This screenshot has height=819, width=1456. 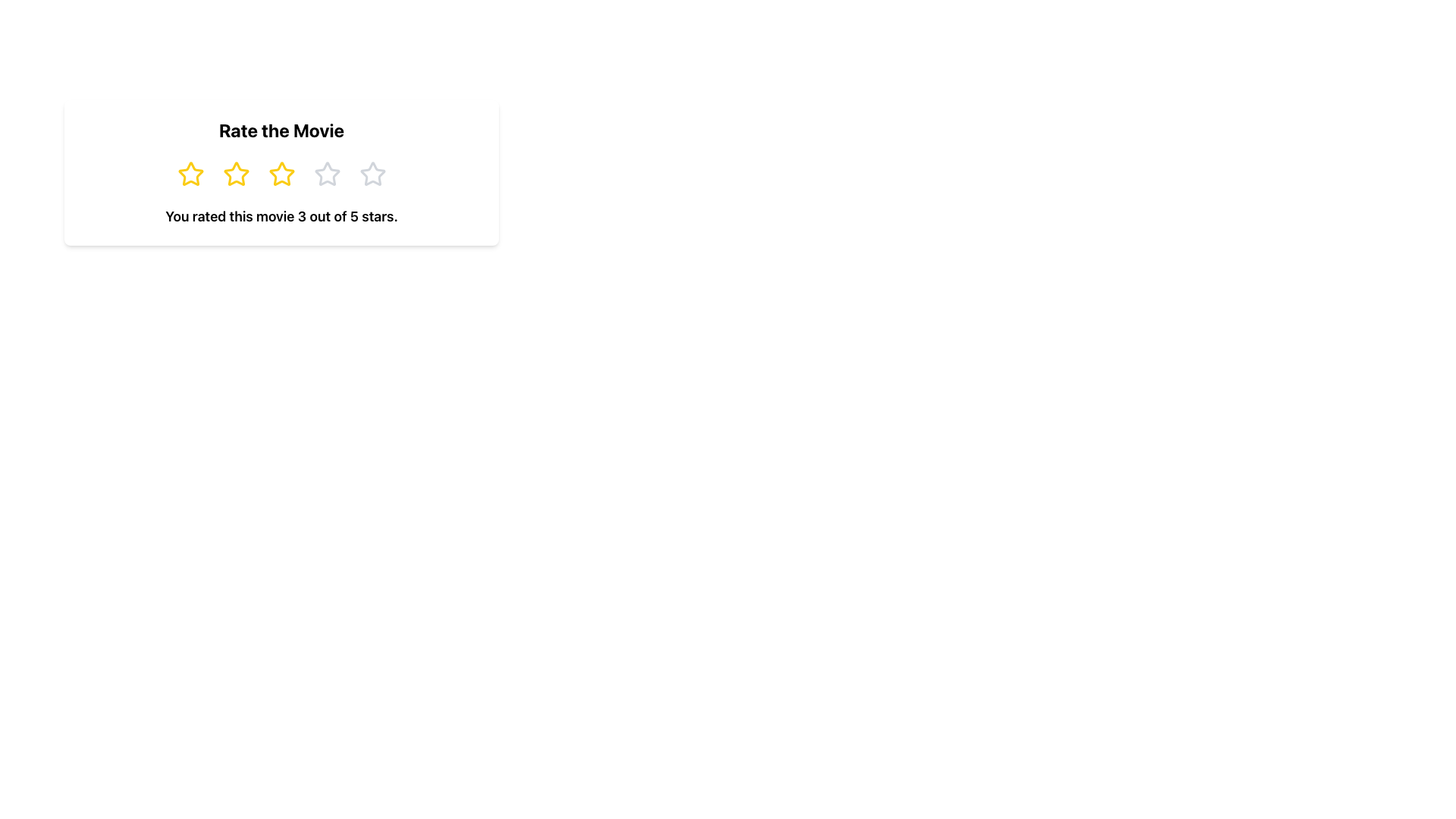 I want to click on the third star-shaped Rating Icon (Star) with a yellow outline beneath the text 'Rate the Movie' to set a rating, so click(x=281, y=174).